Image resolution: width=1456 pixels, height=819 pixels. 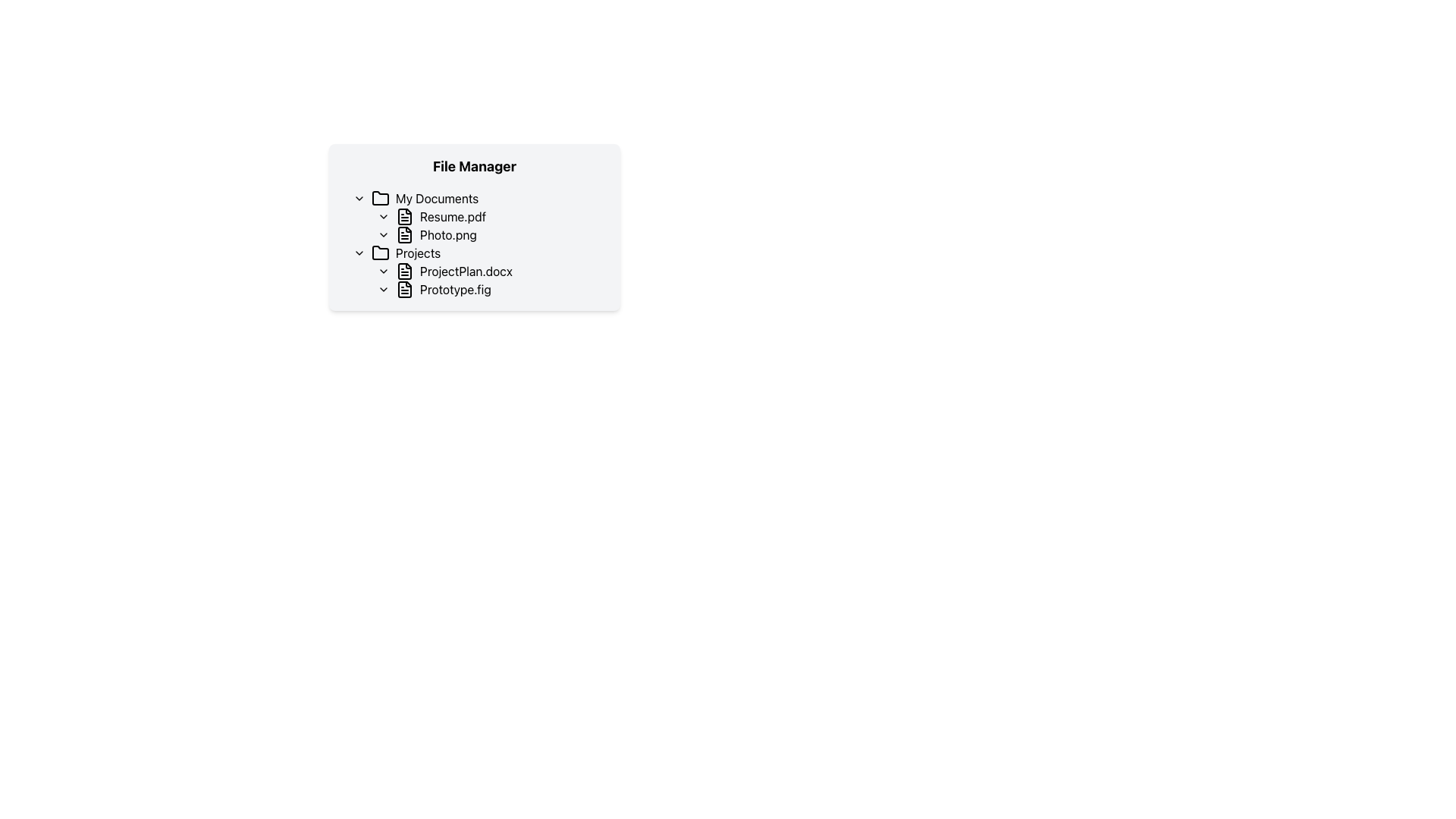 I want to click on the Header or Title Text labeled 'File Manager', which is a bolded, large-sized text at the top of a light gray, rounded rectangle box, so click(x=473, y=166).